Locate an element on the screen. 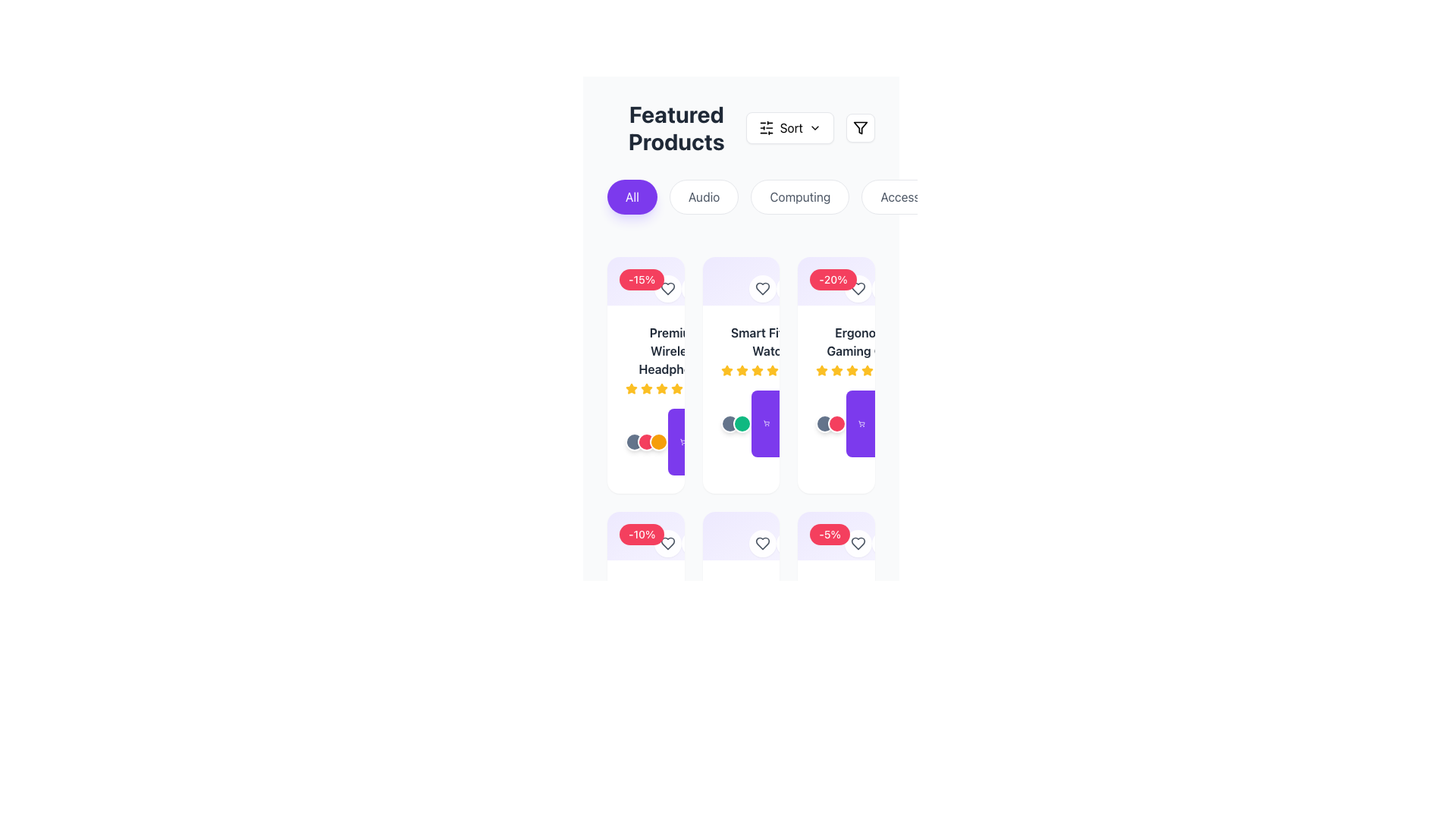  the discount label indicating the promotional offer for the Ergonomic Gaming Chair located in the top-left corner of the third product card is located at coordinates (836, 281).